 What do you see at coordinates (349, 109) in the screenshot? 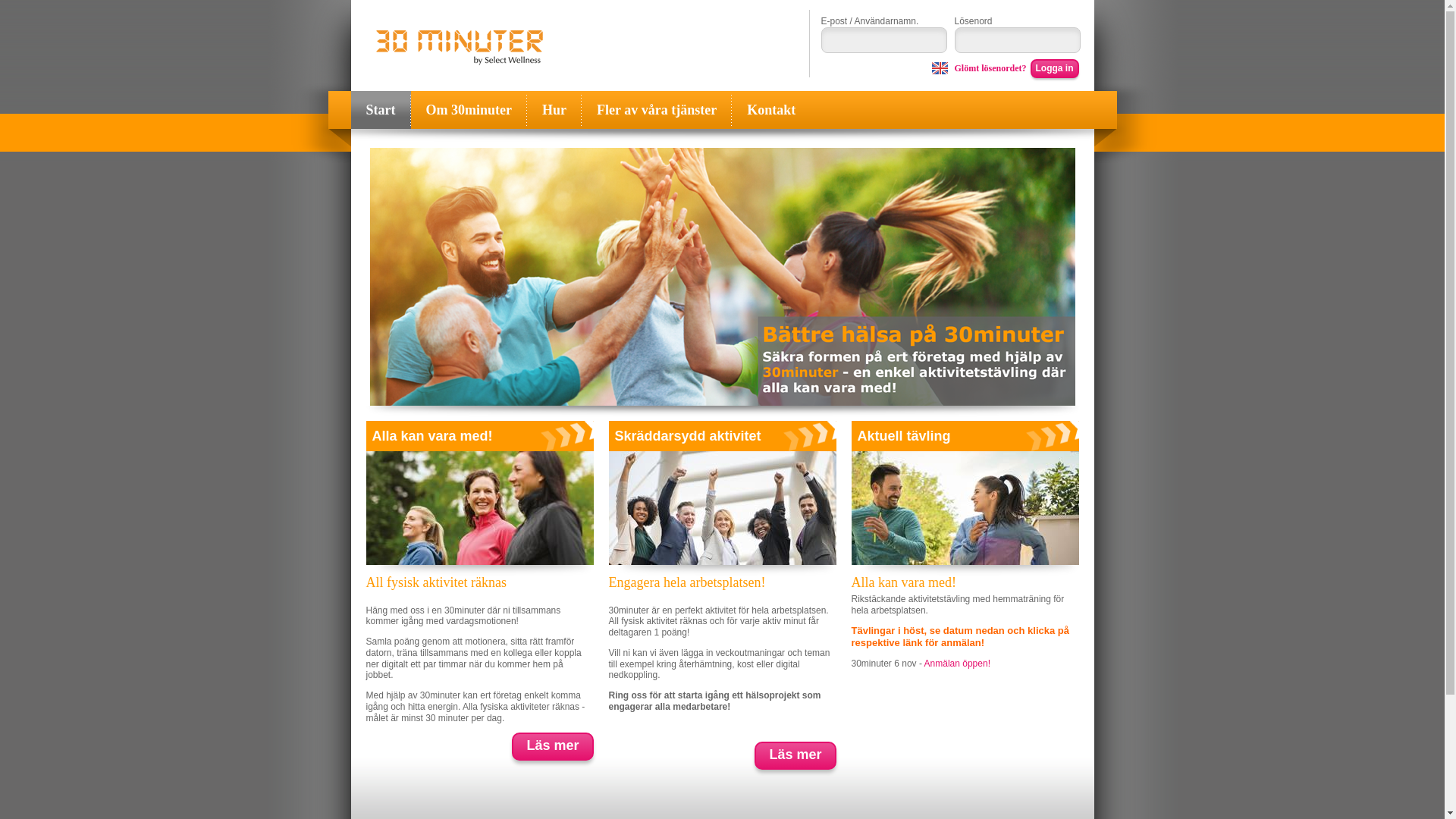
I see `'Start'` at bounding box center [349, 109].